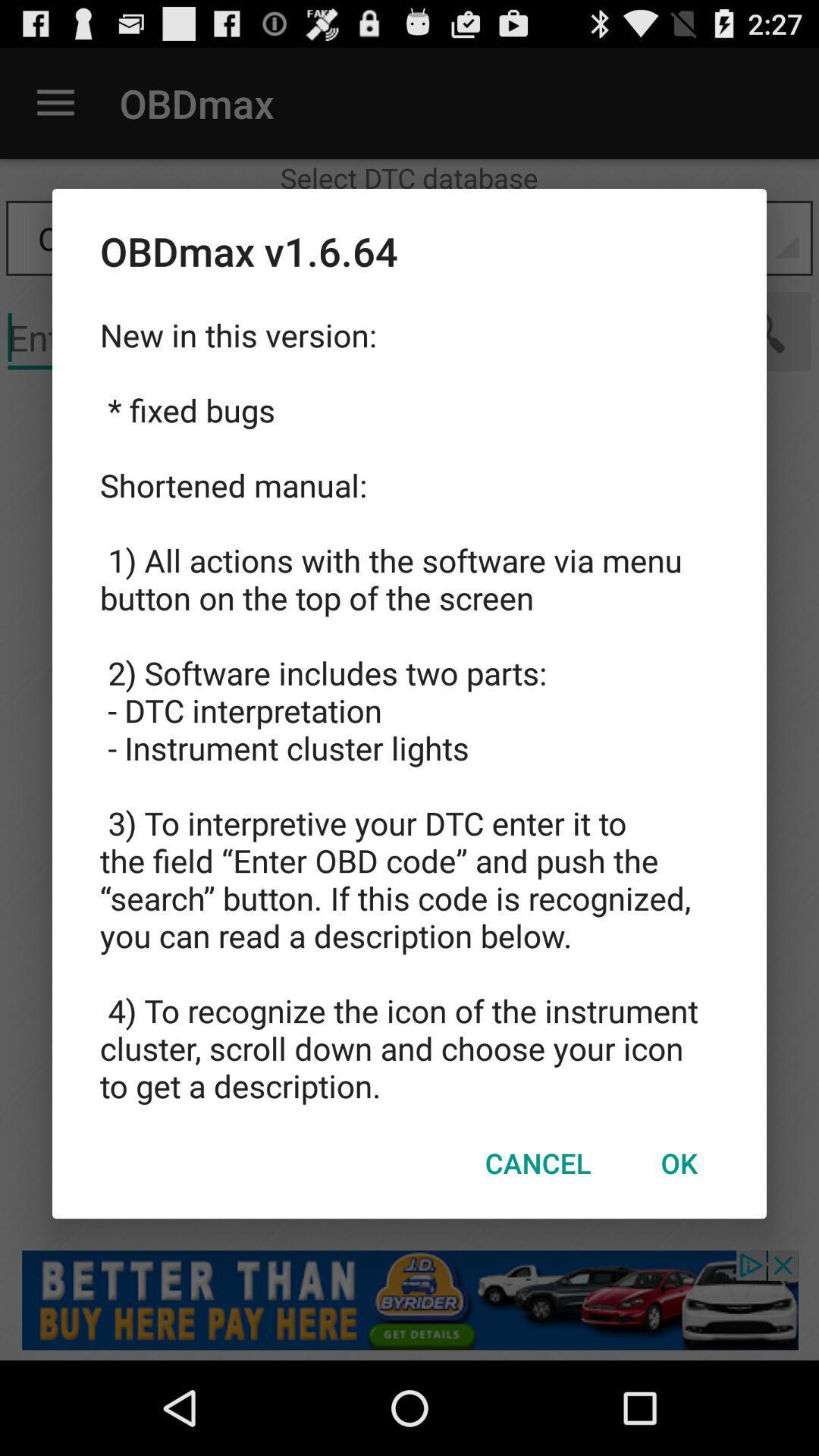 The image size is (819, 1456). Describe the element at coordinates (537, 1162) in the screenshot. I see `cancel item` at that location.